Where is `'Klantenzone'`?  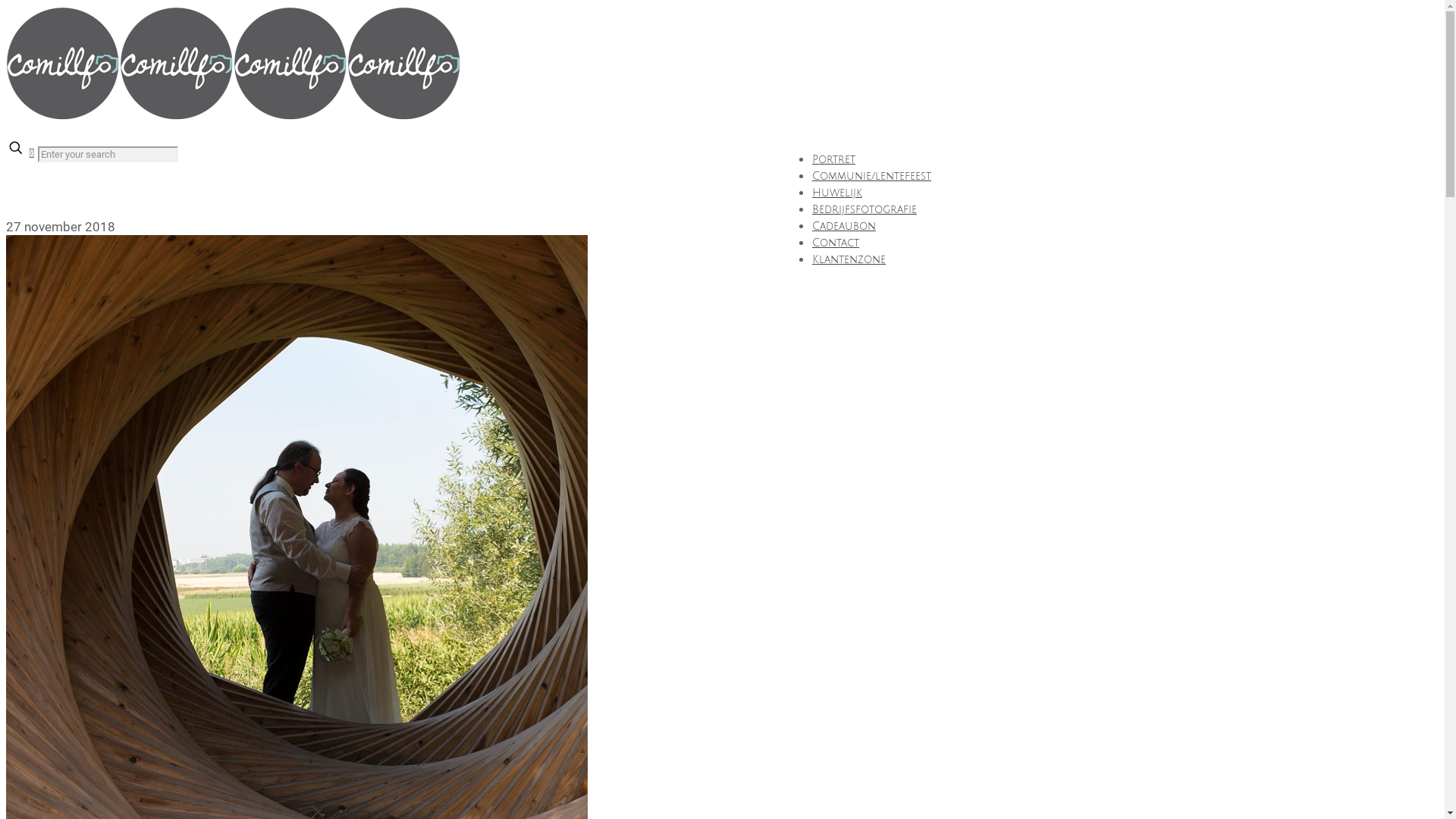
'Klantenzone' is located at coordinates (811, 259).